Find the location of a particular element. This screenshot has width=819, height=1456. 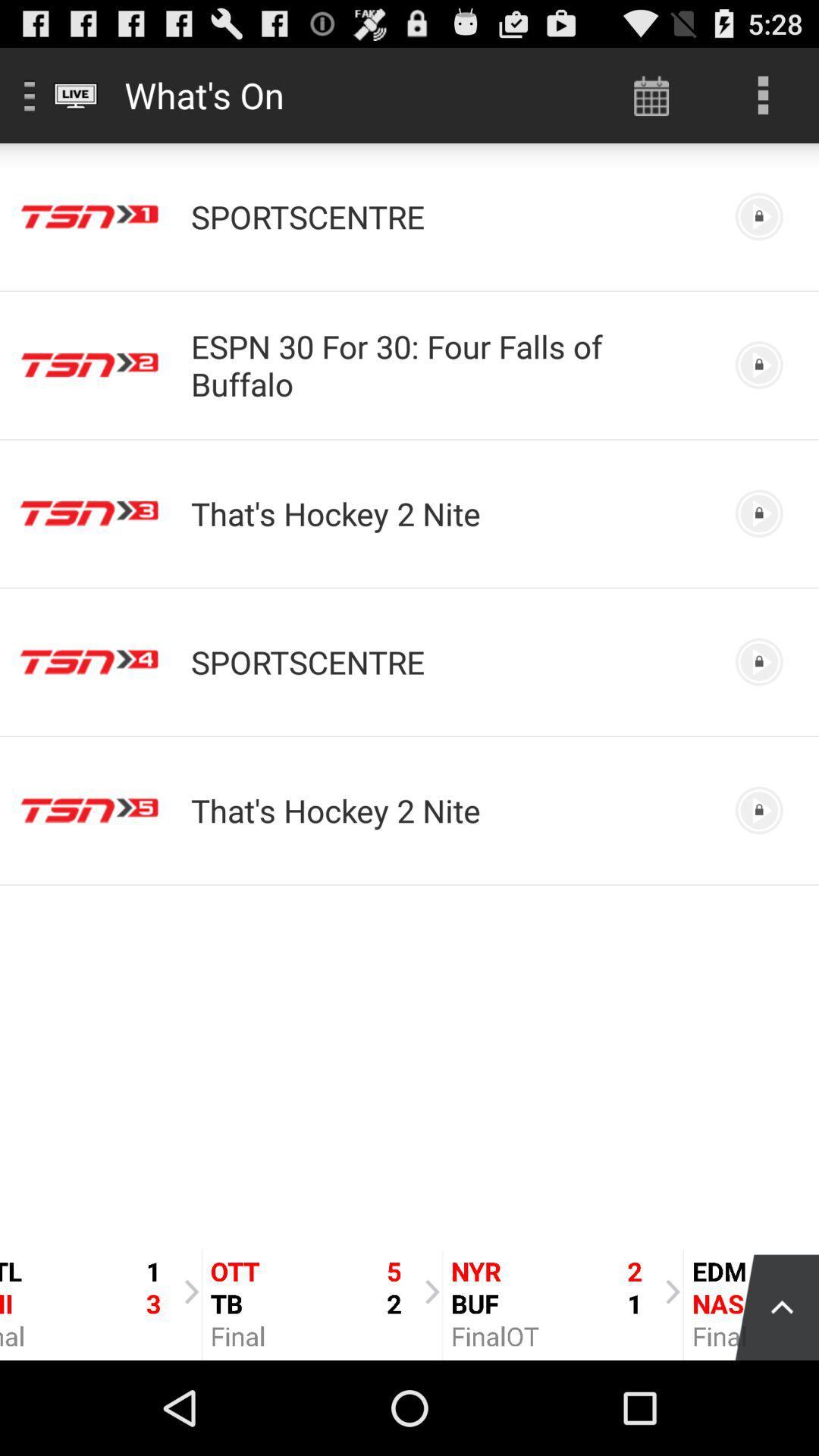

icon next to what's on is located at coordinates (651, 94).